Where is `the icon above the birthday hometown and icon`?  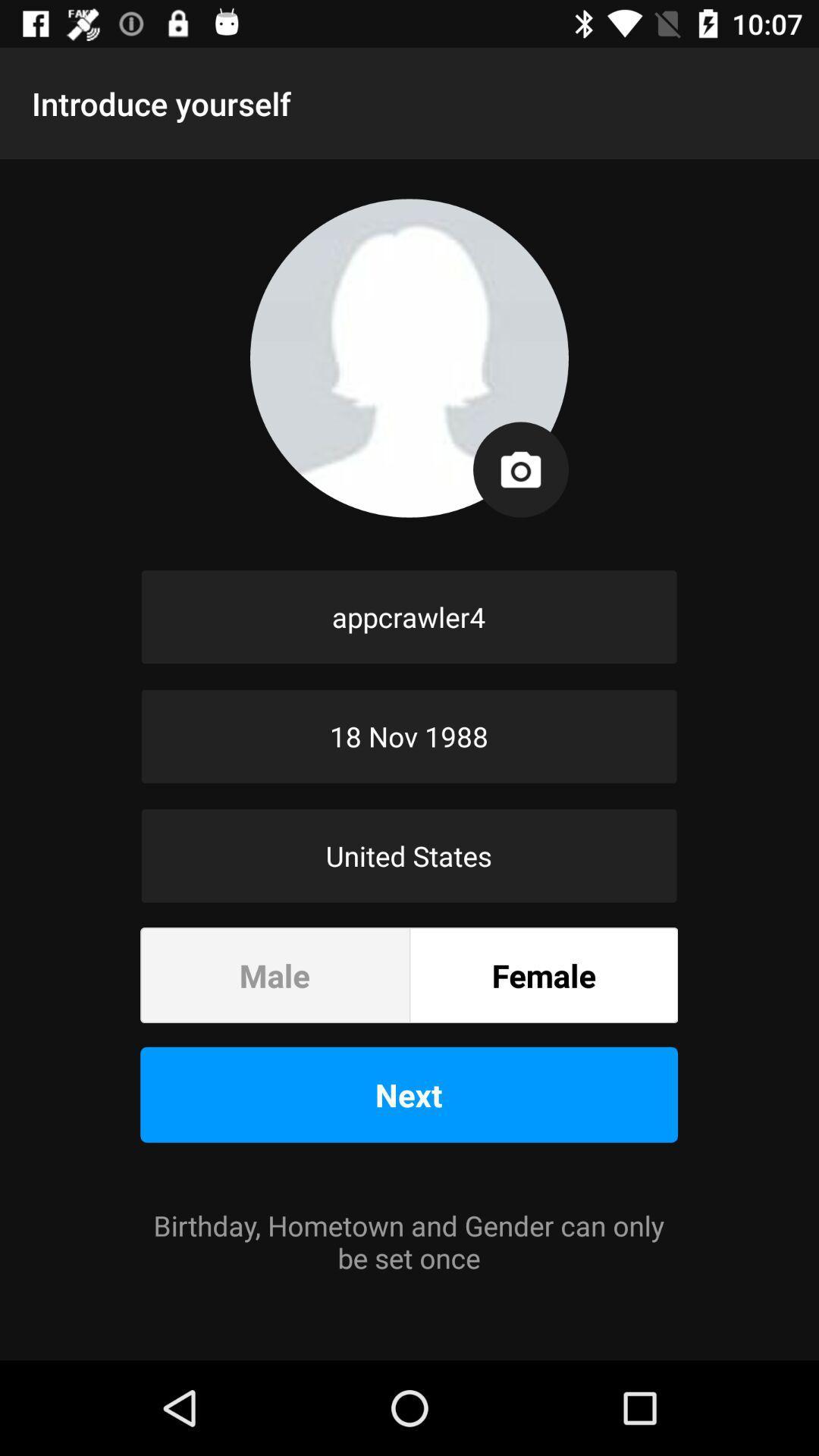 the icon above the birthday hometown and icon is located at coordinates (408, 1094).